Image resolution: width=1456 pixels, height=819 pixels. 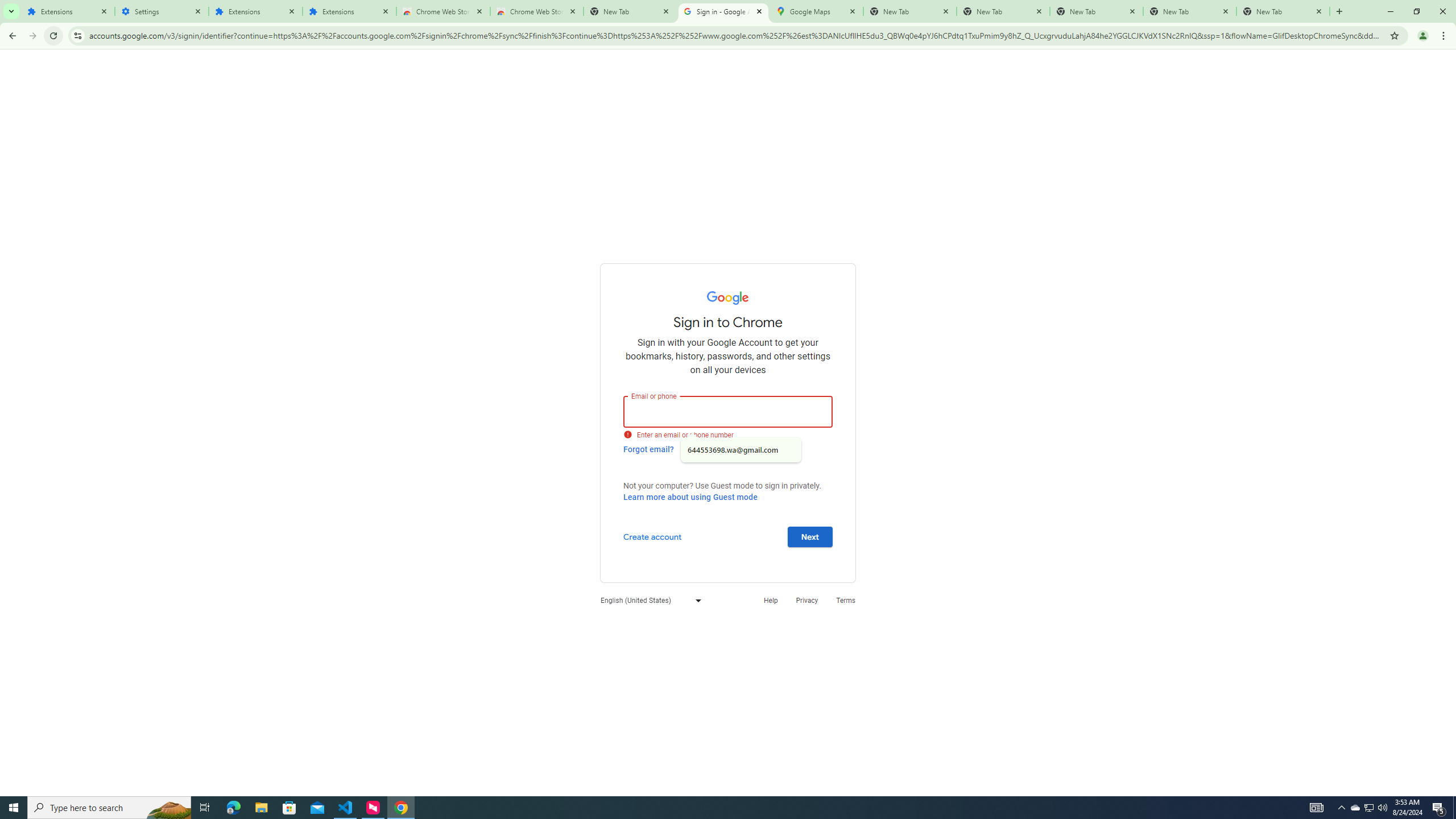 I want to click on 'Extensions', so click(x=255, y=11).